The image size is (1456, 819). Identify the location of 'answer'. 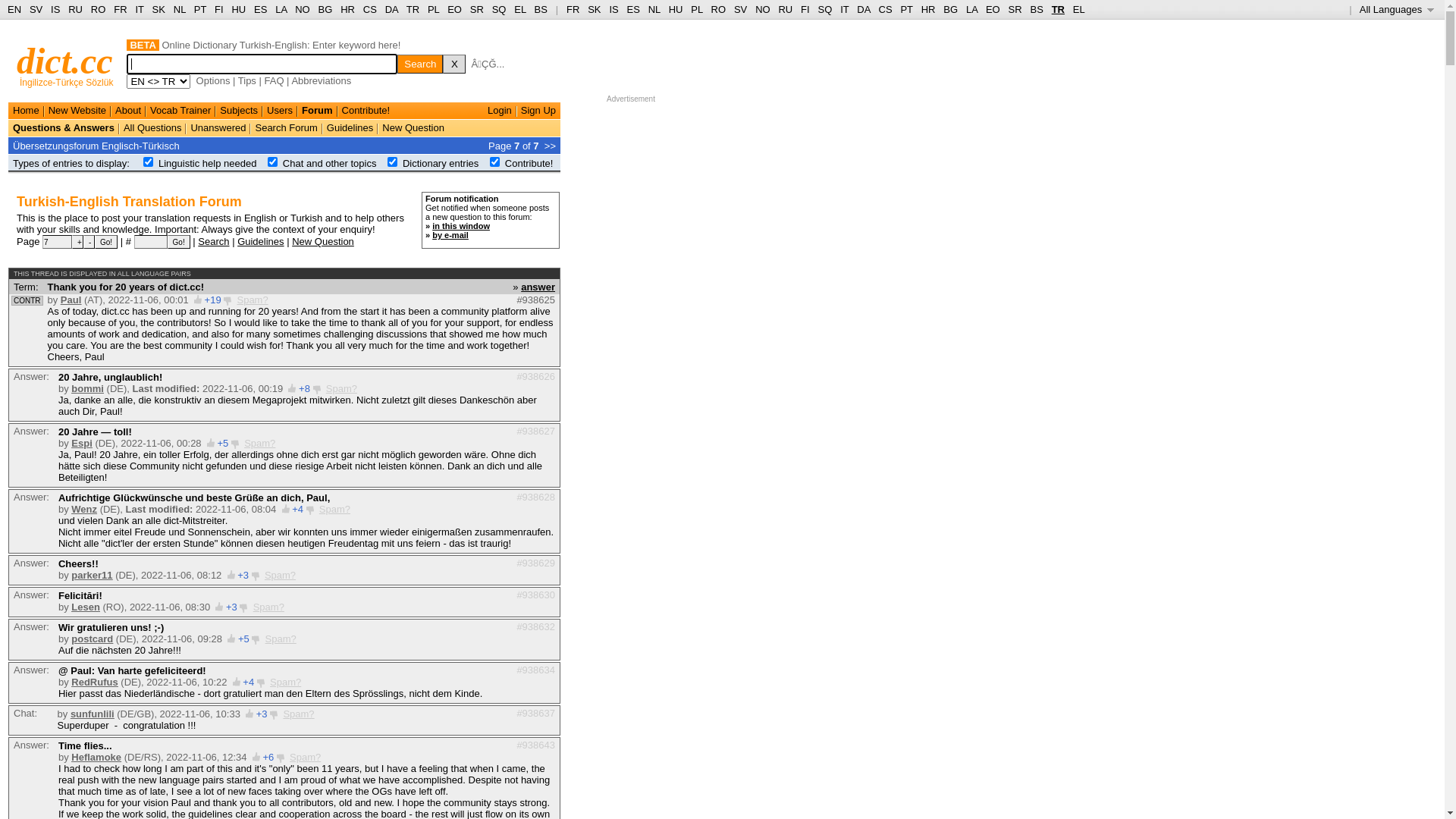
(538, 286).